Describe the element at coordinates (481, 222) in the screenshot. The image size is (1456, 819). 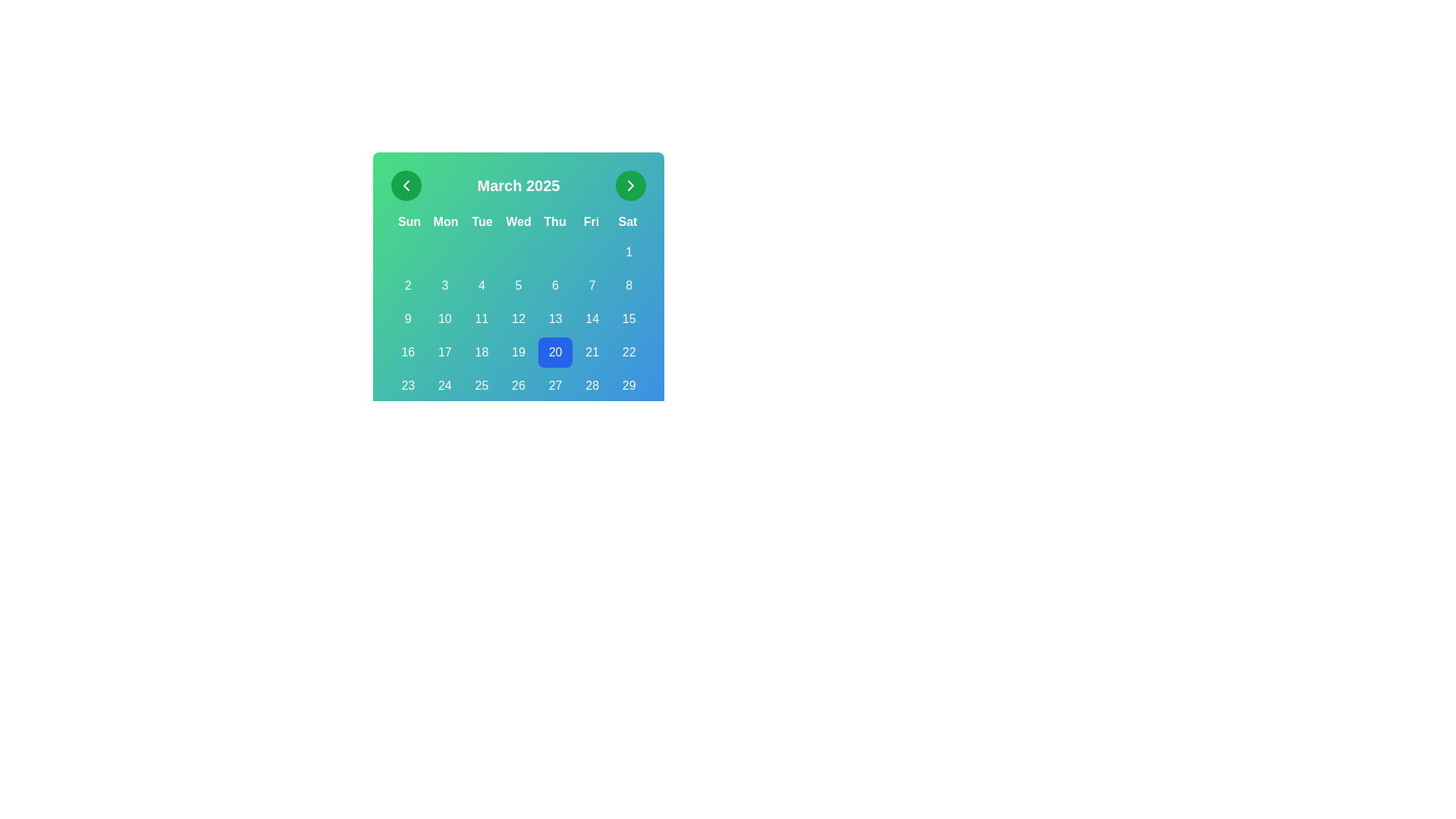
I see `the text label displaying 'Tue', which is styled with a bold font and has a white color against a green background, representing Tuesday in the calendar interface` at that location.